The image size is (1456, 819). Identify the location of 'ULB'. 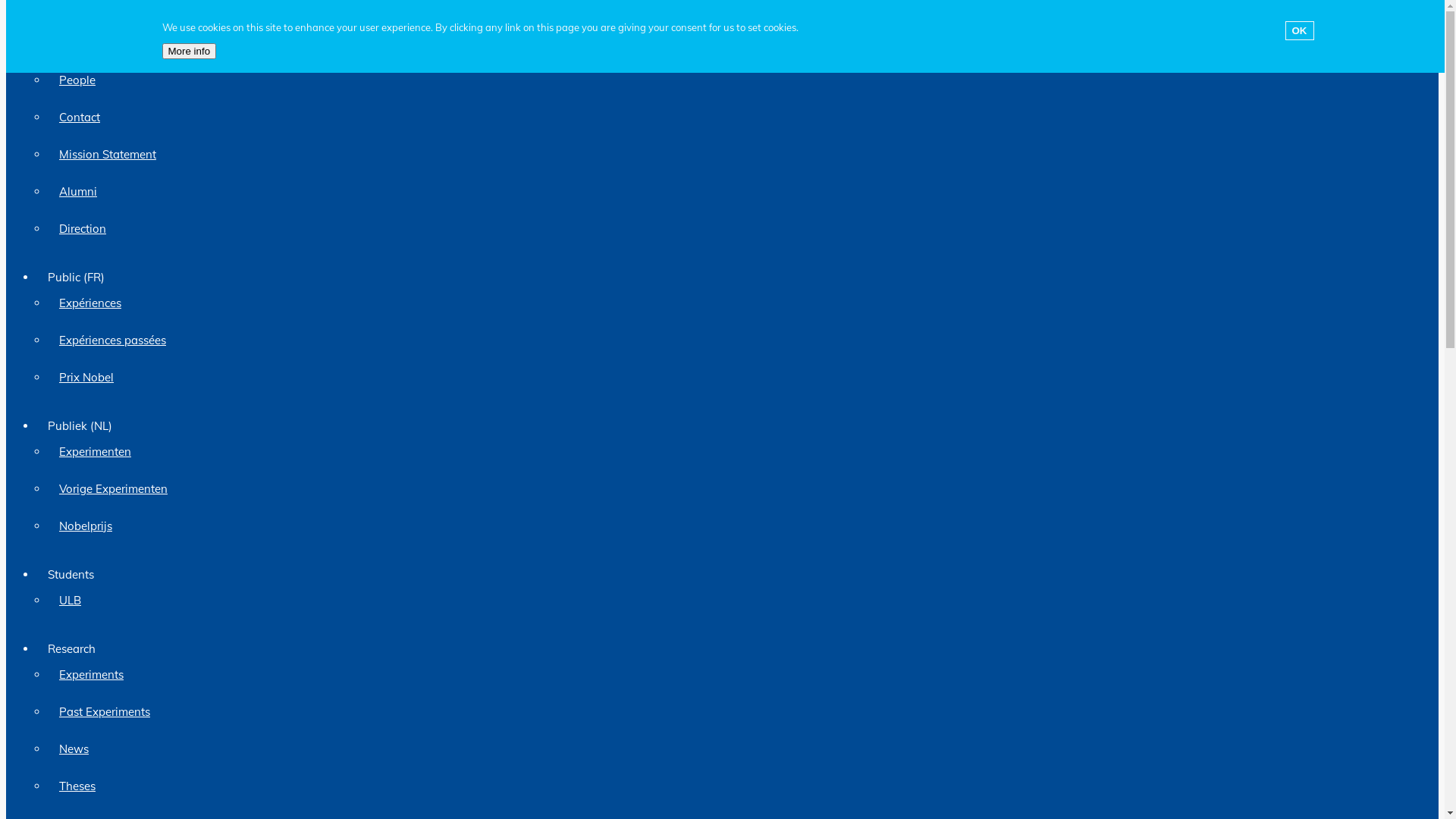
(58, 599).